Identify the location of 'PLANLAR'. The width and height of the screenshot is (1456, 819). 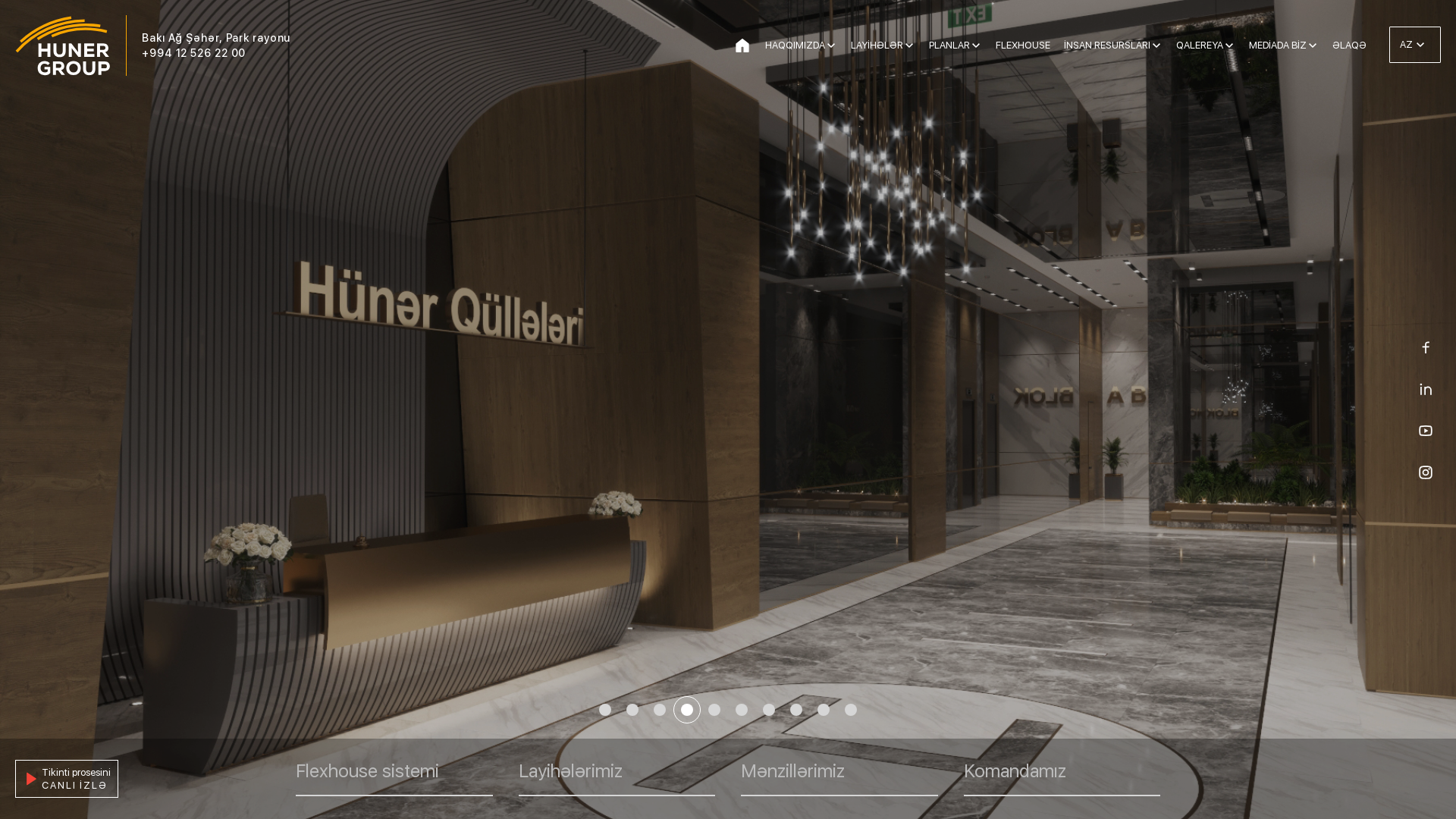
(954, 45).